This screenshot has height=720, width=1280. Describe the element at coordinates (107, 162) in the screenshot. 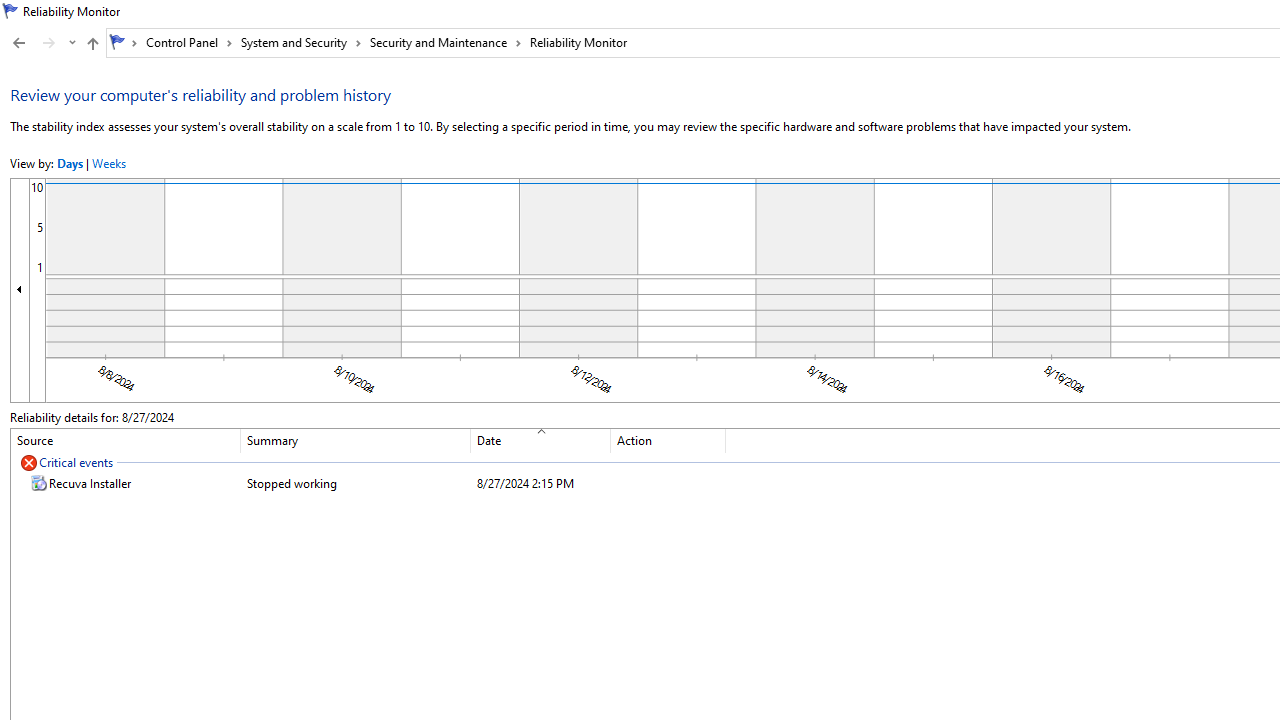

I see `'ViewByWeeks'` at that location.